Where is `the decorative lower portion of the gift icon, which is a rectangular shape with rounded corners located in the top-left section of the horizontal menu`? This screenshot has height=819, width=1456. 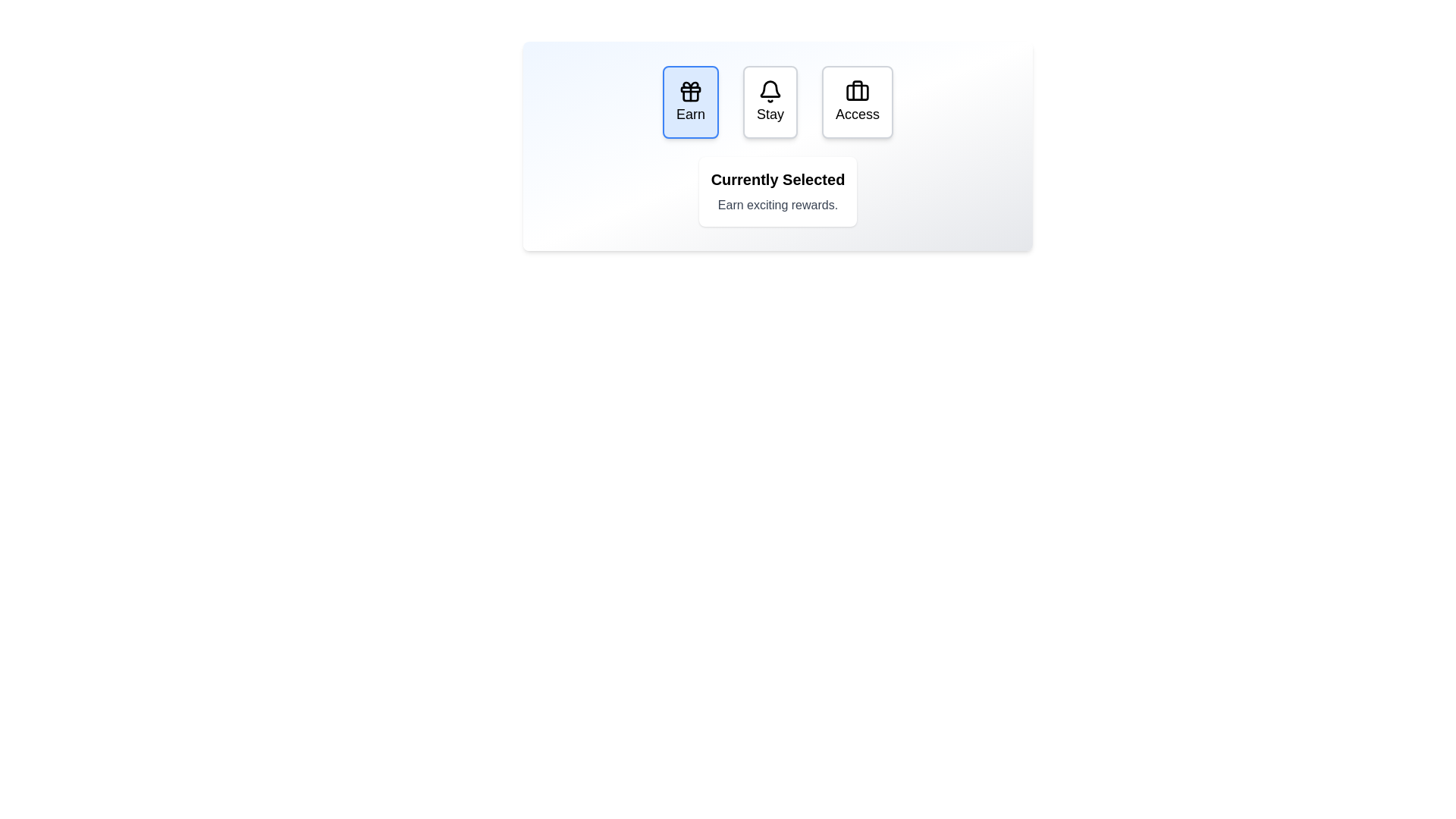 the decorative lower portion of the gift icon, which is a rectangular shape with rounded corners located in the top-left section of the horizontal menu is located at coordinates (690, 96).